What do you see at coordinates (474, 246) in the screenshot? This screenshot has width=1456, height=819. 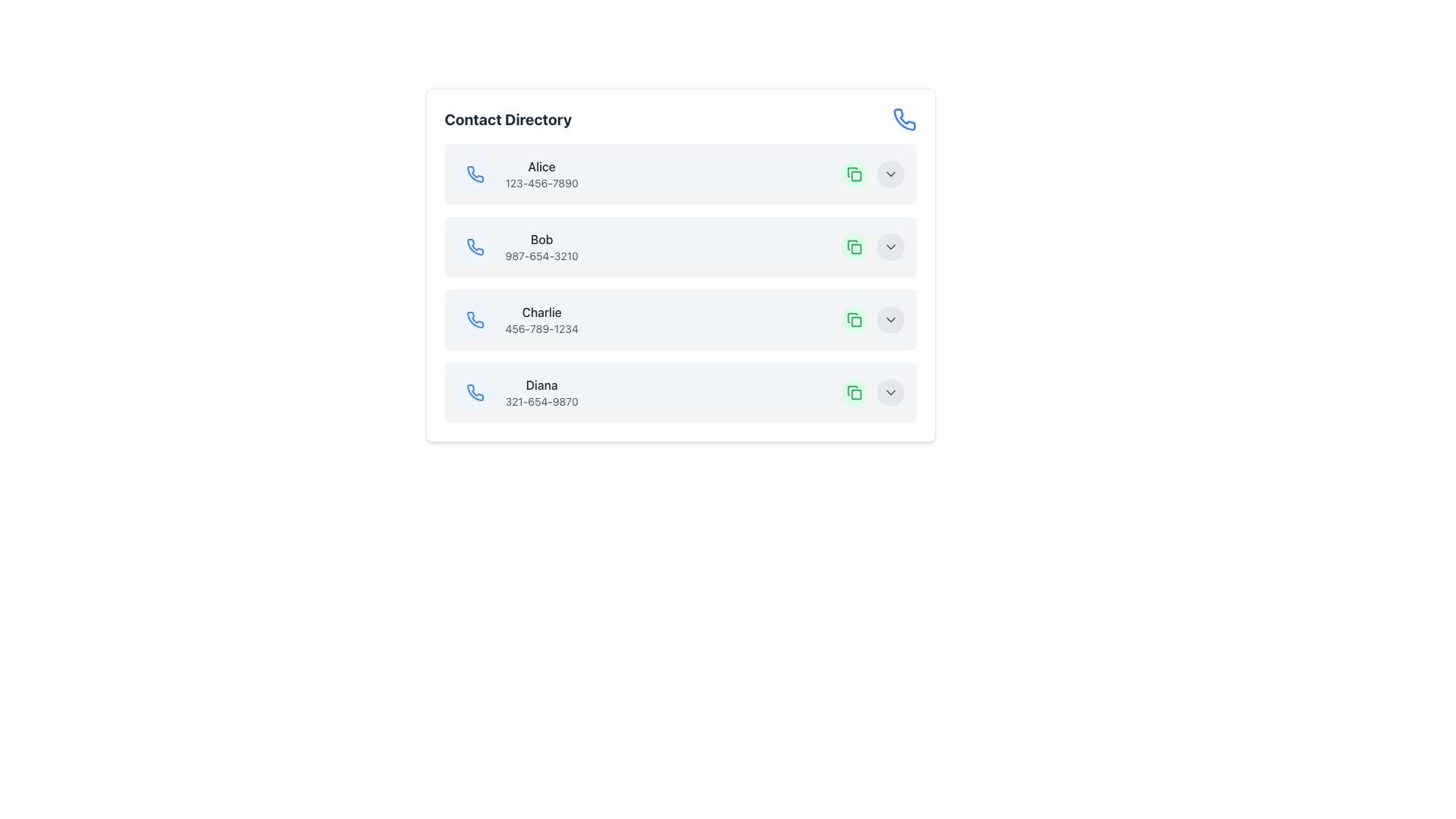 I see `the phone icon representing the contact 'Bob' (987-654-3210) in the contact directory for its visual indication` at bounding box center [474, 246].